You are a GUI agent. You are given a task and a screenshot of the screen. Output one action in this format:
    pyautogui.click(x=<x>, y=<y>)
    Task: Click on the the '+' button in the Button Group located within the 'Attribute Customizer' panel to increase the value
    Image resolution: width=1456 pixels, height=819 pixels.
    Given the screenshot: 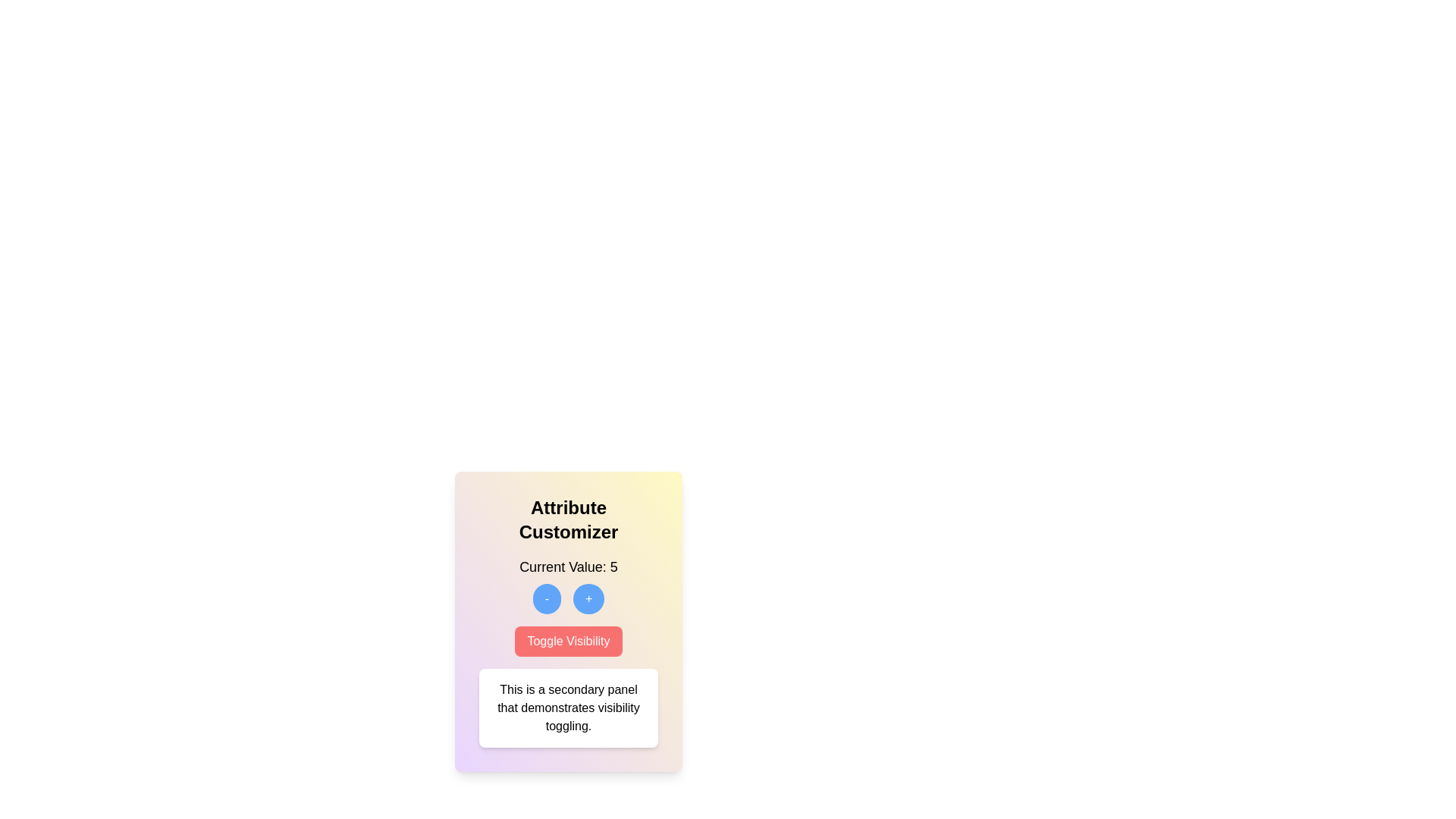 What is the action you would take?
    pyautogui.click(x=567, y=598)
    